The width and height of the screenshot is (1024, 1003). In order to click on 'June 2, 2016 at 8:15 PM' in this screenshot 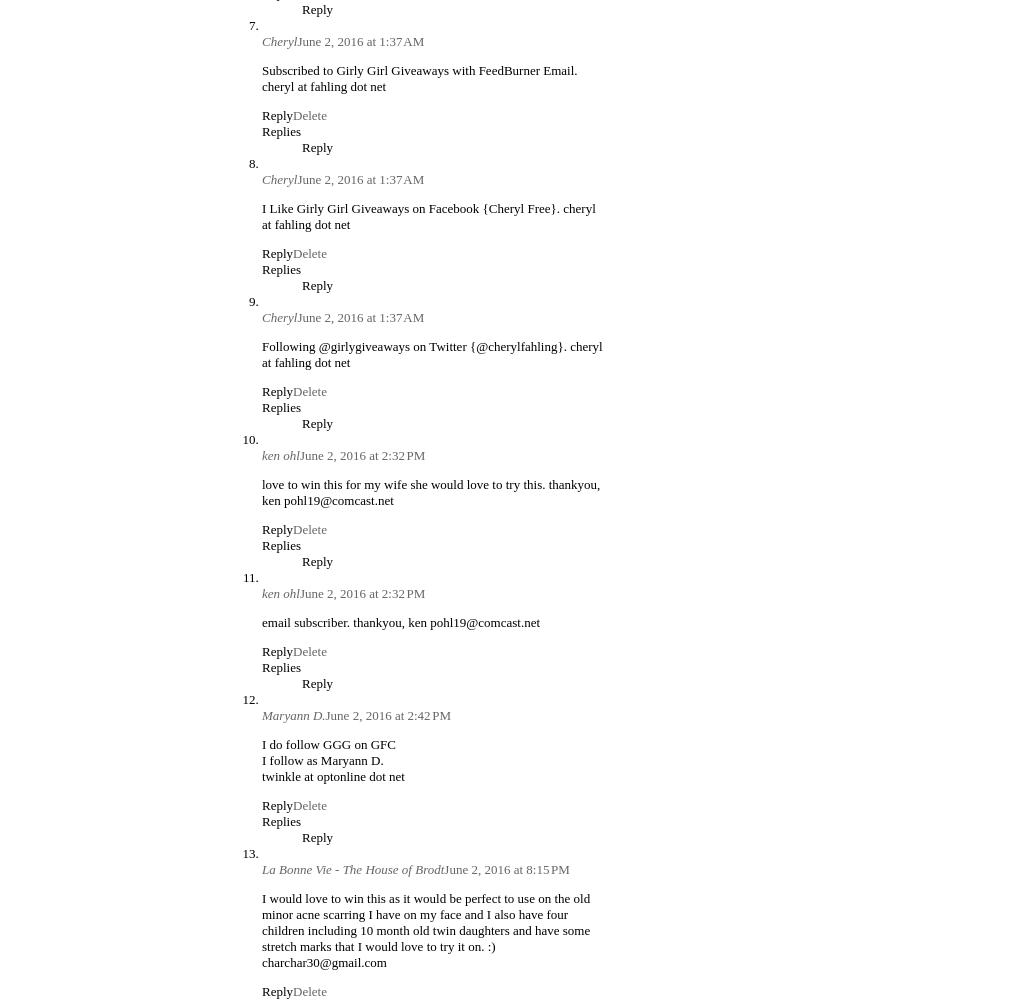, I will do `click(444, 868)`.